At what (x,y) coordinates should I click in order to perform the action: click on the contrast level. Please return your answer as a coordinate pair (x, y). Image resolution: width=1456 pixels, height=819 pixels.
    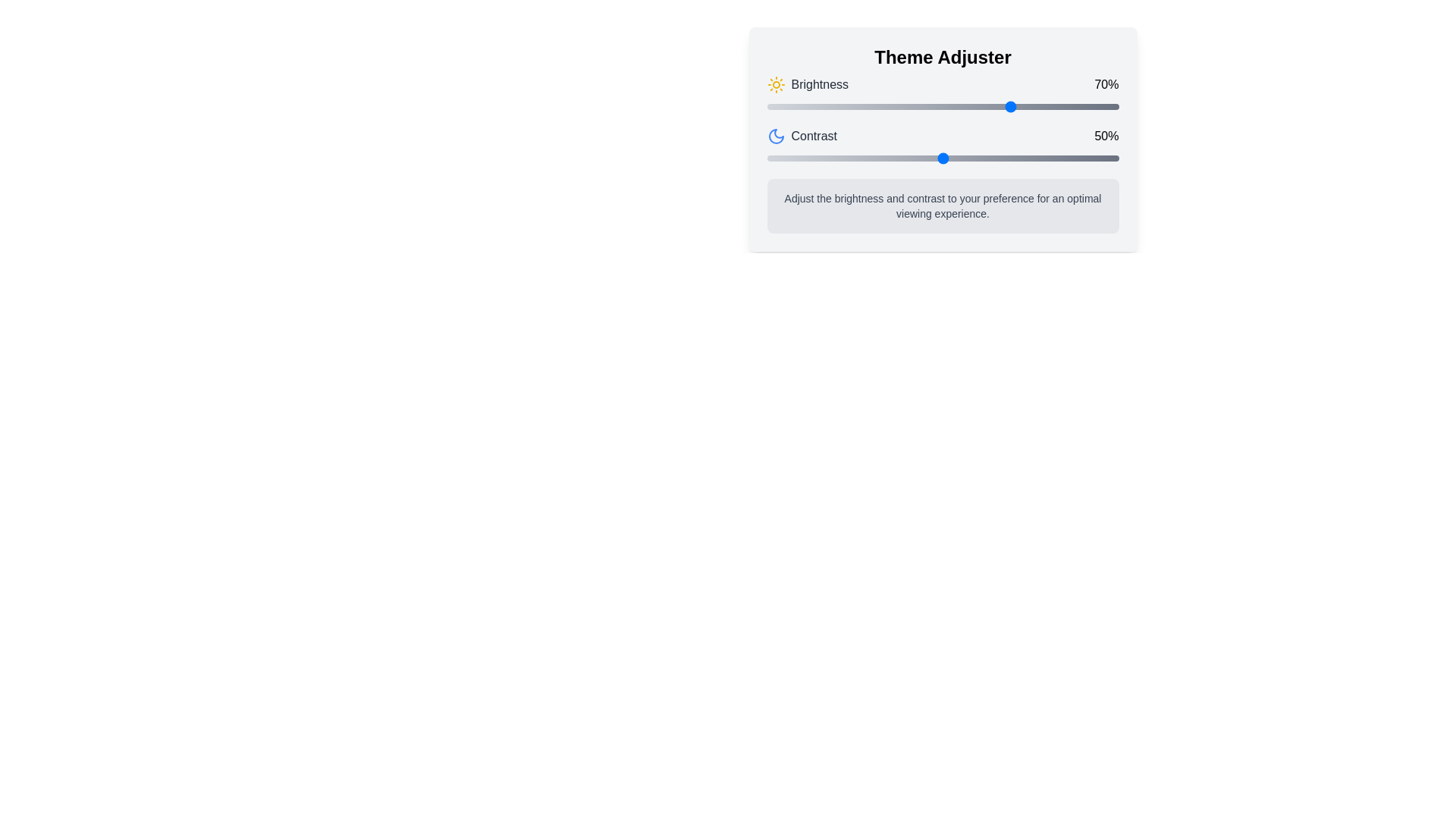
    Looking at the image, I should click on (1101, 158).